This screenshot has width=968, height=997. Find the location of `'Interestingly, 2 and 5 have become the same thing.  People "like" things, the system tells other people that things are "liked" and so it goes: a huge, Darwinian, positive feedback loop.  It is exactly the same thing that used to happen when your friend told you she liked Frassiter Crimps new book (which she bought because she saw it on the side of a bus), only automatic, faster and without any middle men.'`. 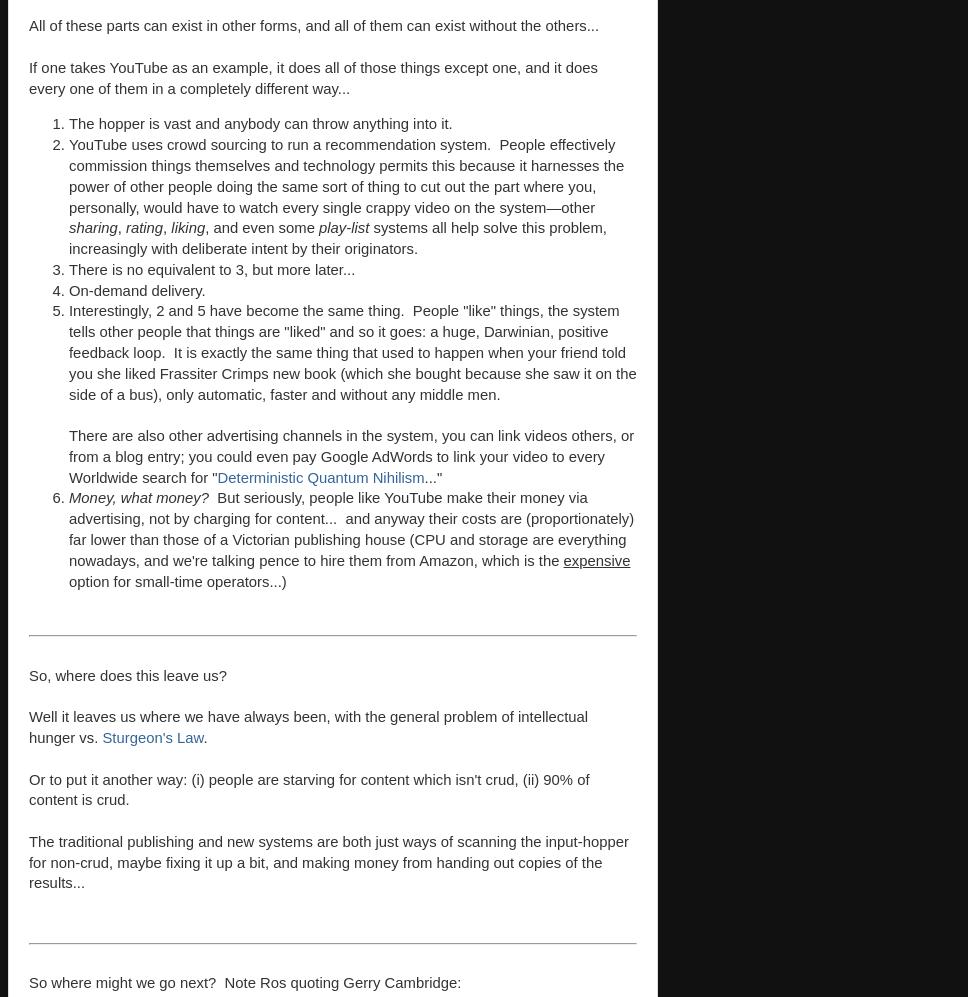

'Interestingly, 2 and 5 have become the same thing.  People "like" things, the system tells other people that things are "liked" and so it goes: a huge, Darwinian, positive feedback loop.  It is exactly the same thing that used to happen when your friend told you she liked Frassiter Crimps new book (which she bought because she saw it on the side of a bus), only automatic, faster and without any middle men.' is located at coordinates (352, 351).